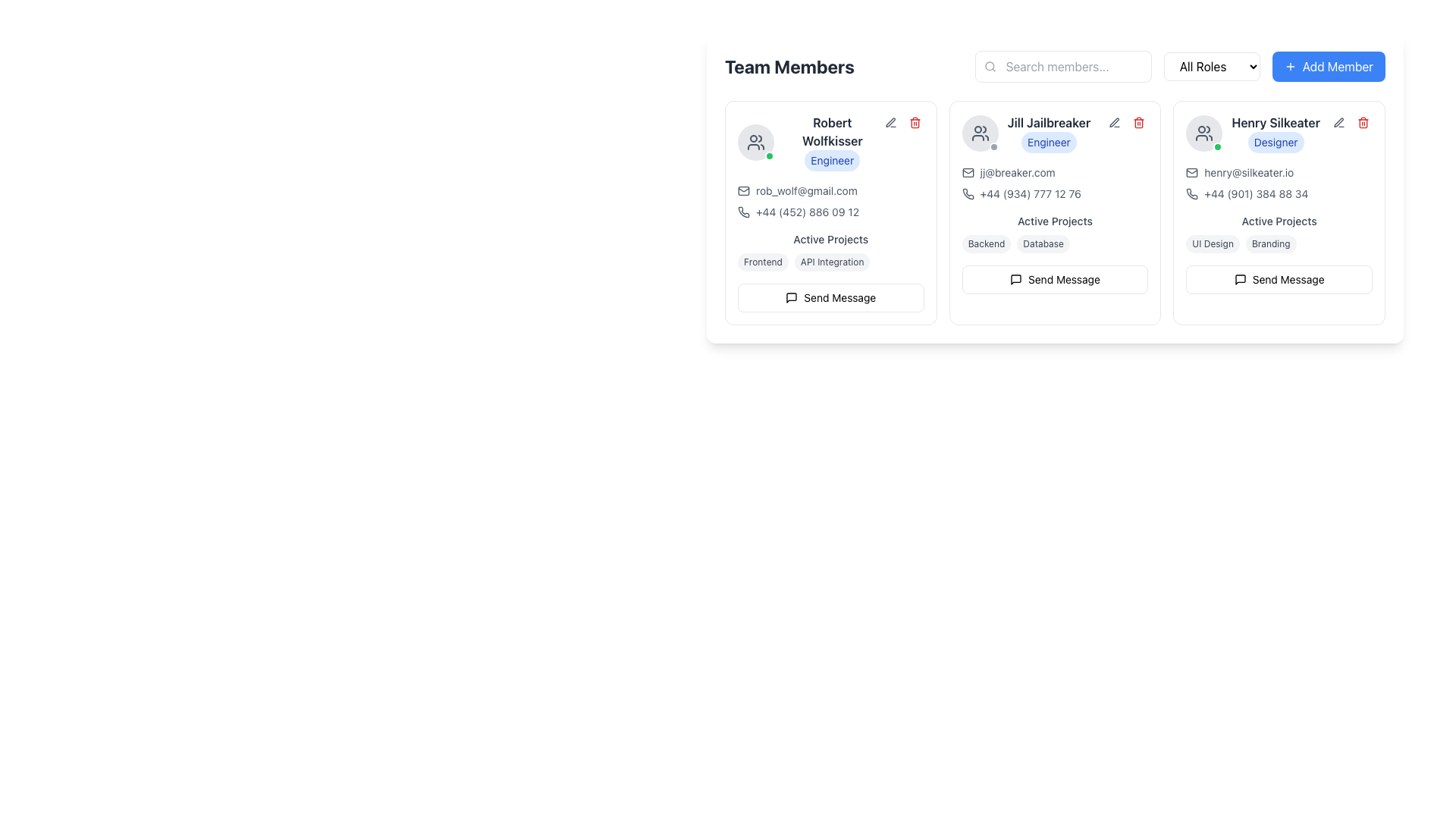 The width and height of the screenshot is (1456, 819). Describe the element at coordinates (743, 190) in the screenshot. I see `the rectangular graphical component with a rounded border` at that location.